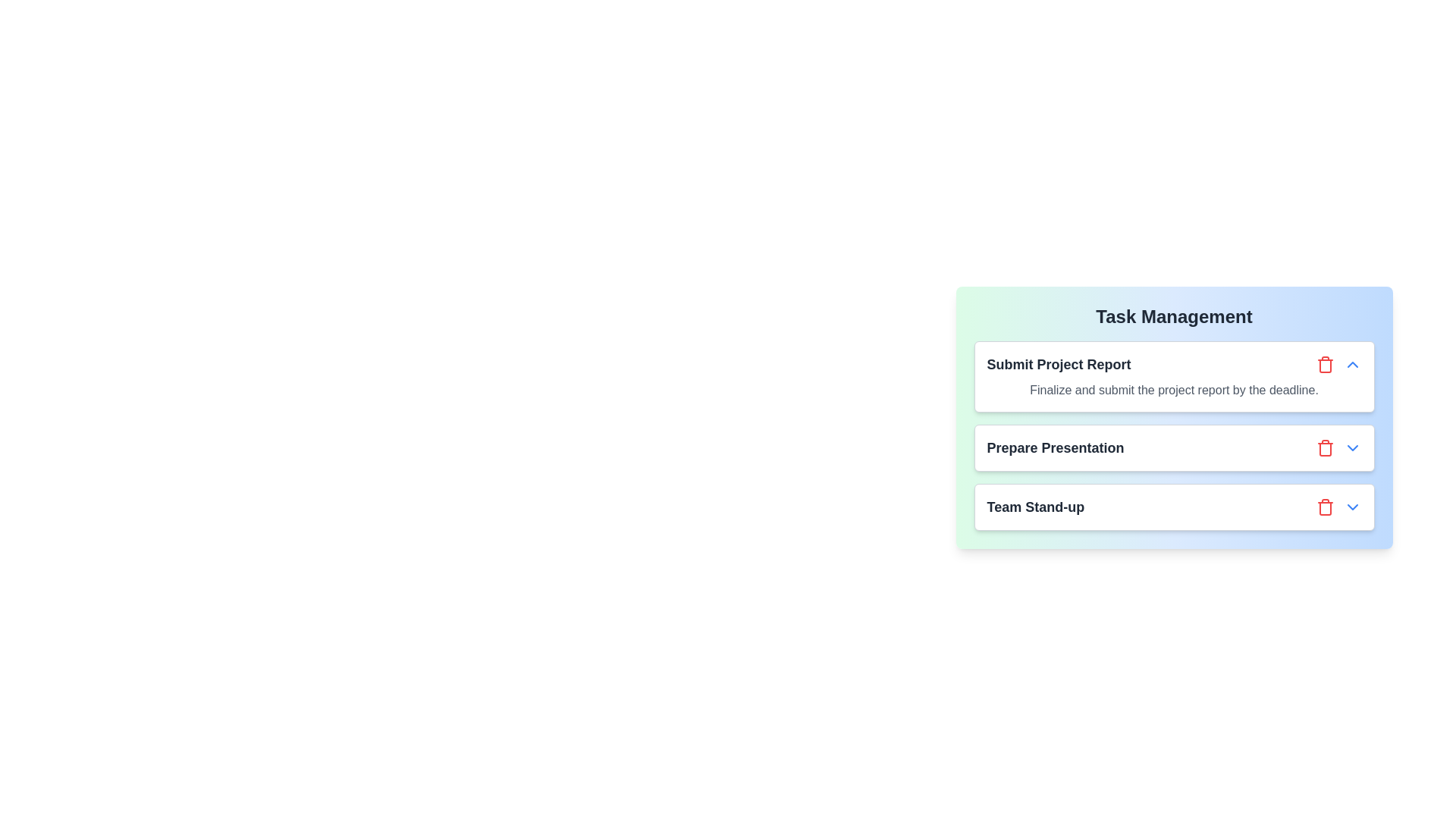  I want to click on the blue downward-pointing chevron icon, so click(1352, 507).